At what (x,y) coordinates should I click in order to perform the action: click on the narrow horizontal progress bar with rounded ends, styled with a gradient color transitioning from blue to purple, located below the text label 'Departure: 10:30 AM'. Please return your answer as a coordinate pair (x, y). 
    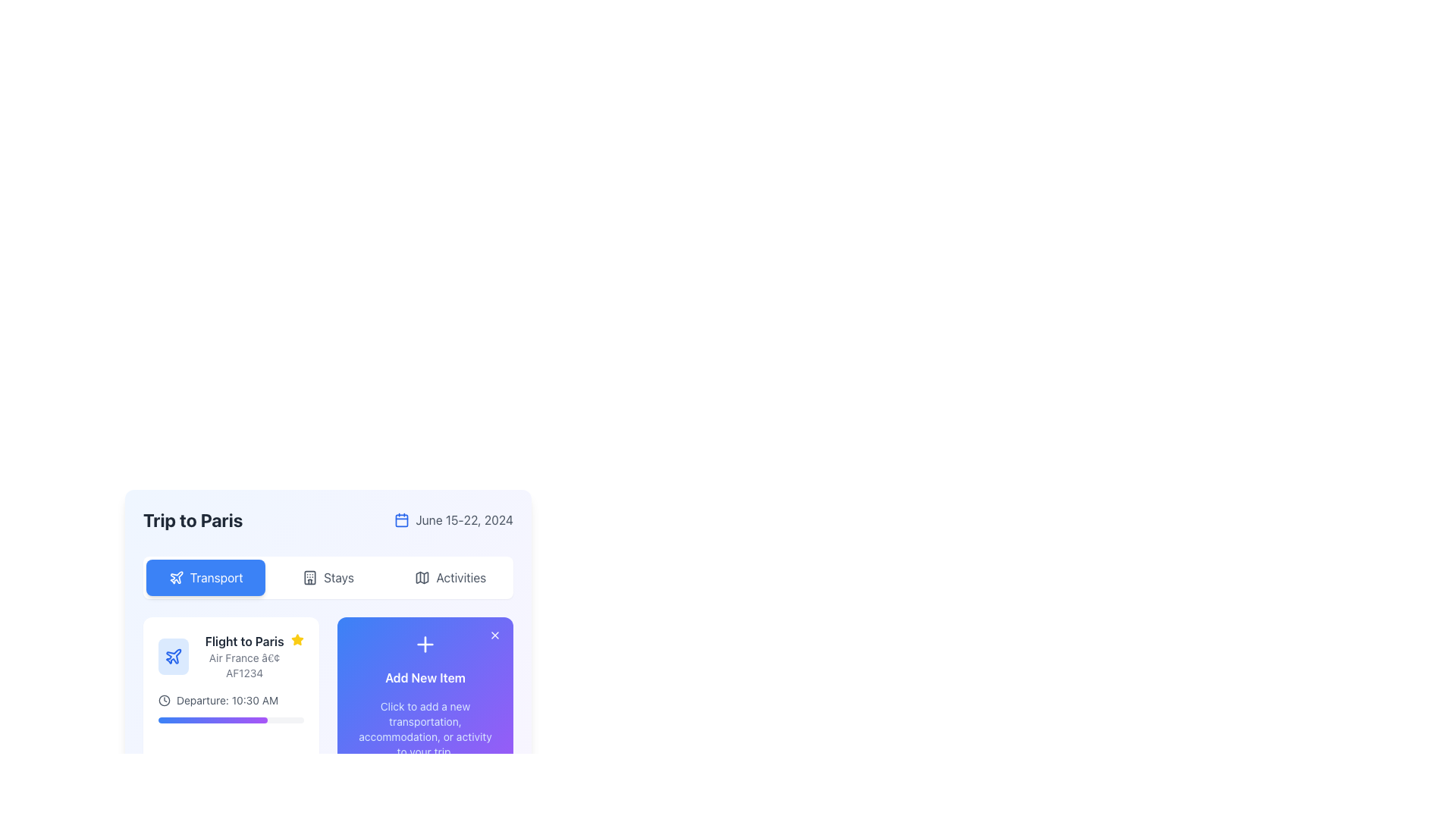
    Looking at the image, I should click on (231, 719).